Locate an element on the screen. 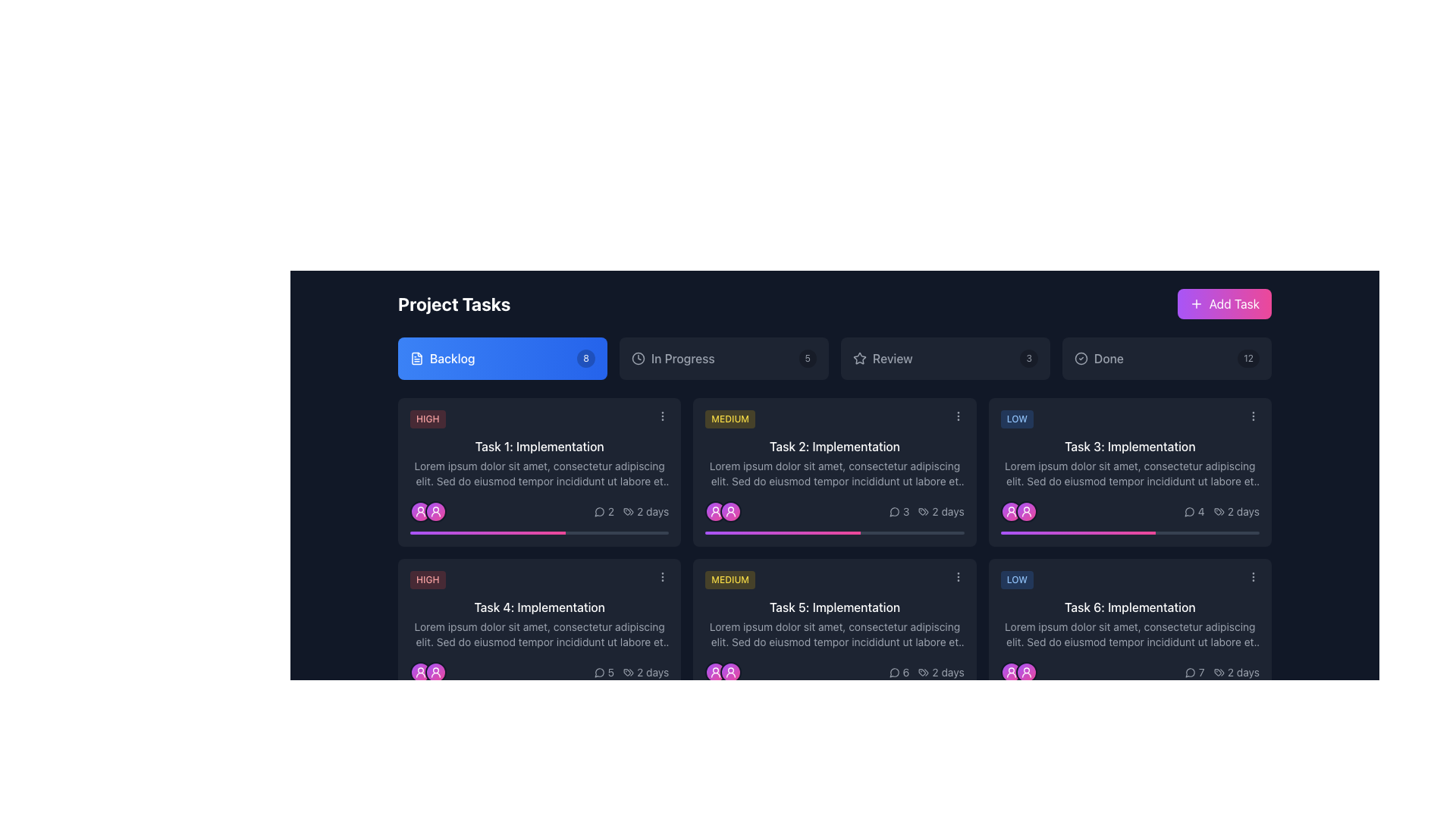 The height and width of the screenshot is (819, 1456). the user avatar icon located in the lower-left corner of the task card, which is the first avatar in a group of similar icons is located at coordinates (421, 672).